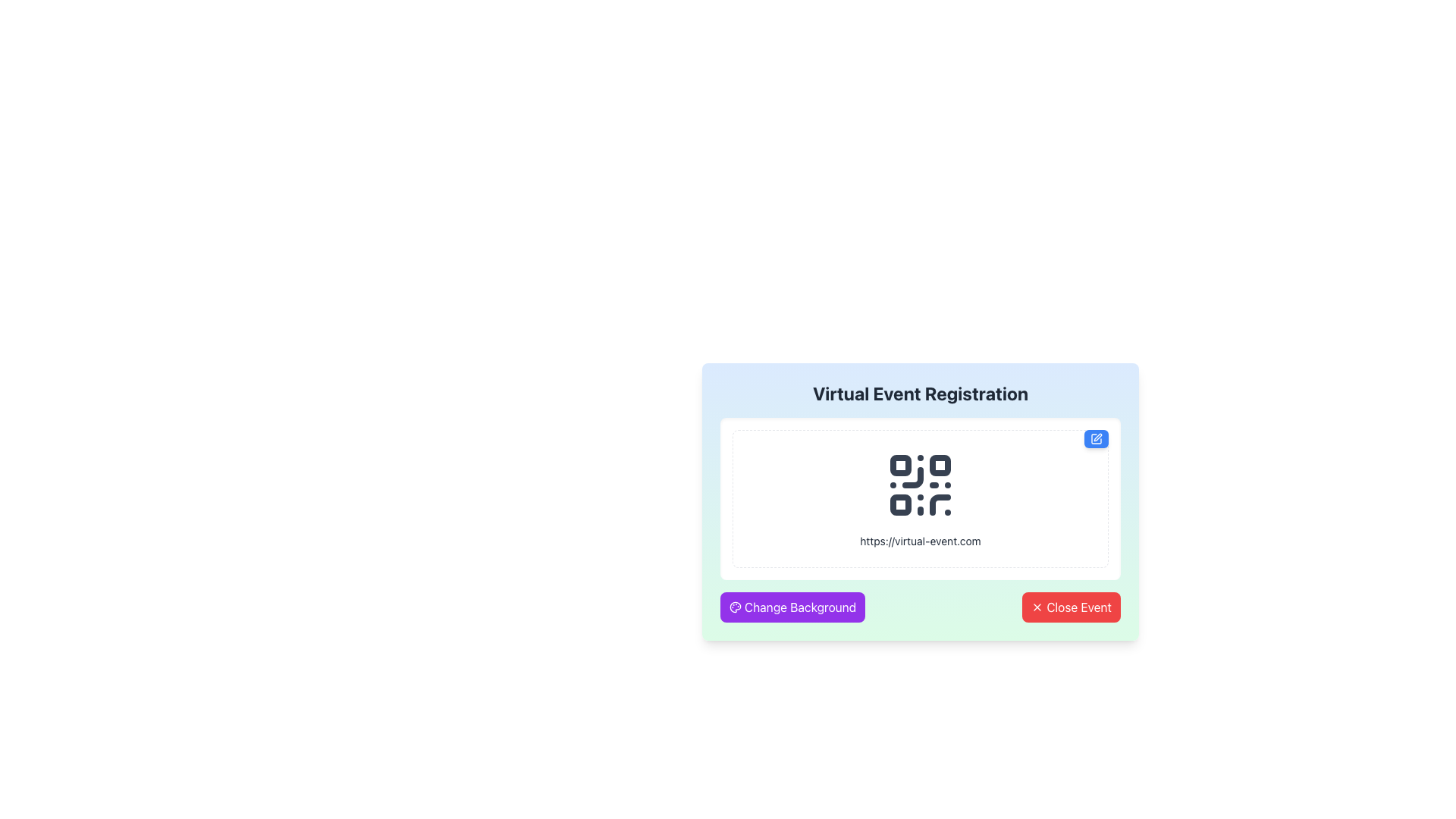 The width and height of the screenshot is (1456, 819). What do you see at coordinates (920, 540) in the screenshot?
I see `the Text label that displays the URL, located directly below the QR code icon in the 'Virtual Event Registration' section` at bounding box center [920, 540].